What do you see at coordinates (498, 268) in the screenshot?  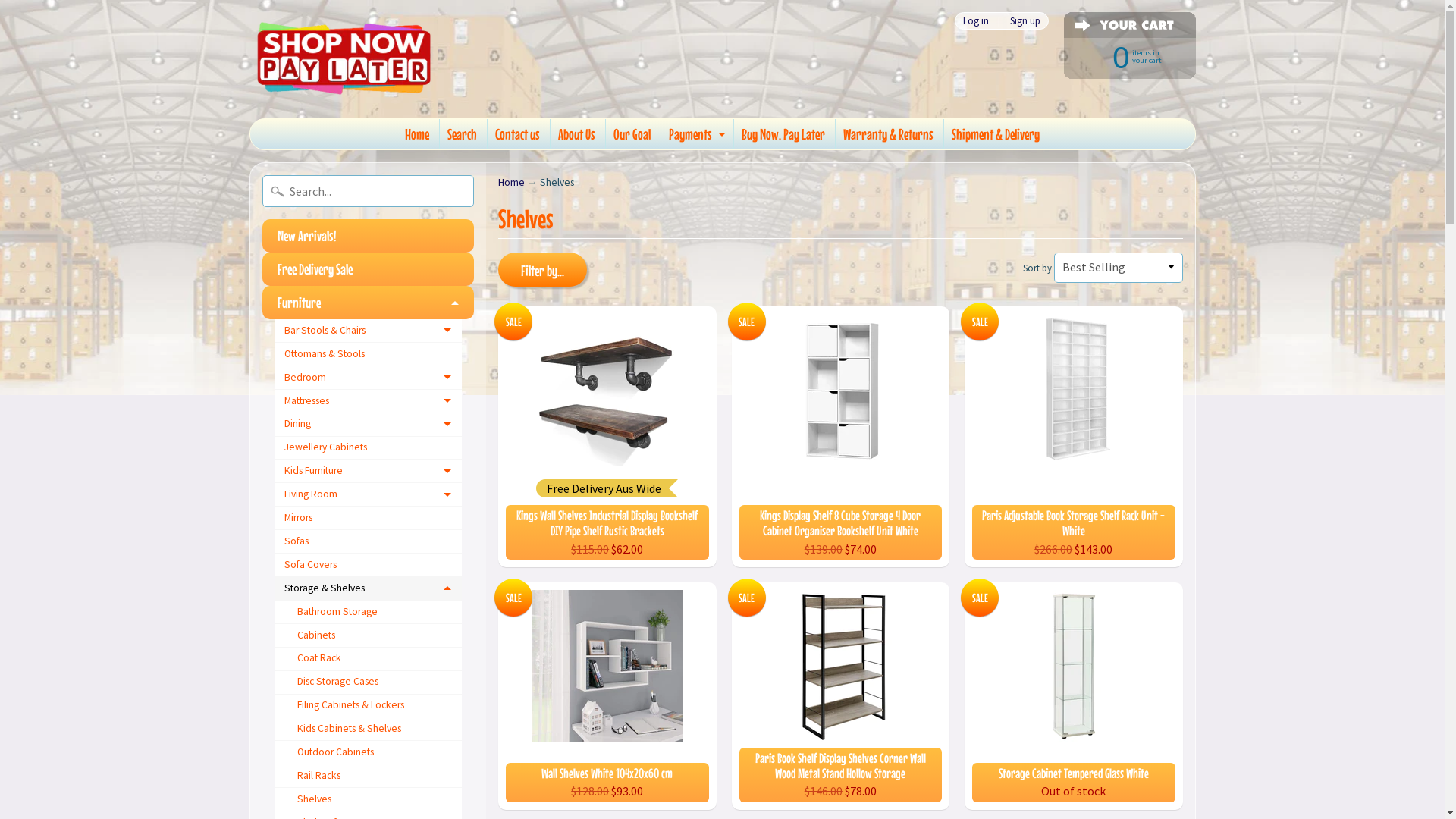 I see `'Filter by...'` at bounding box center [498, 268].